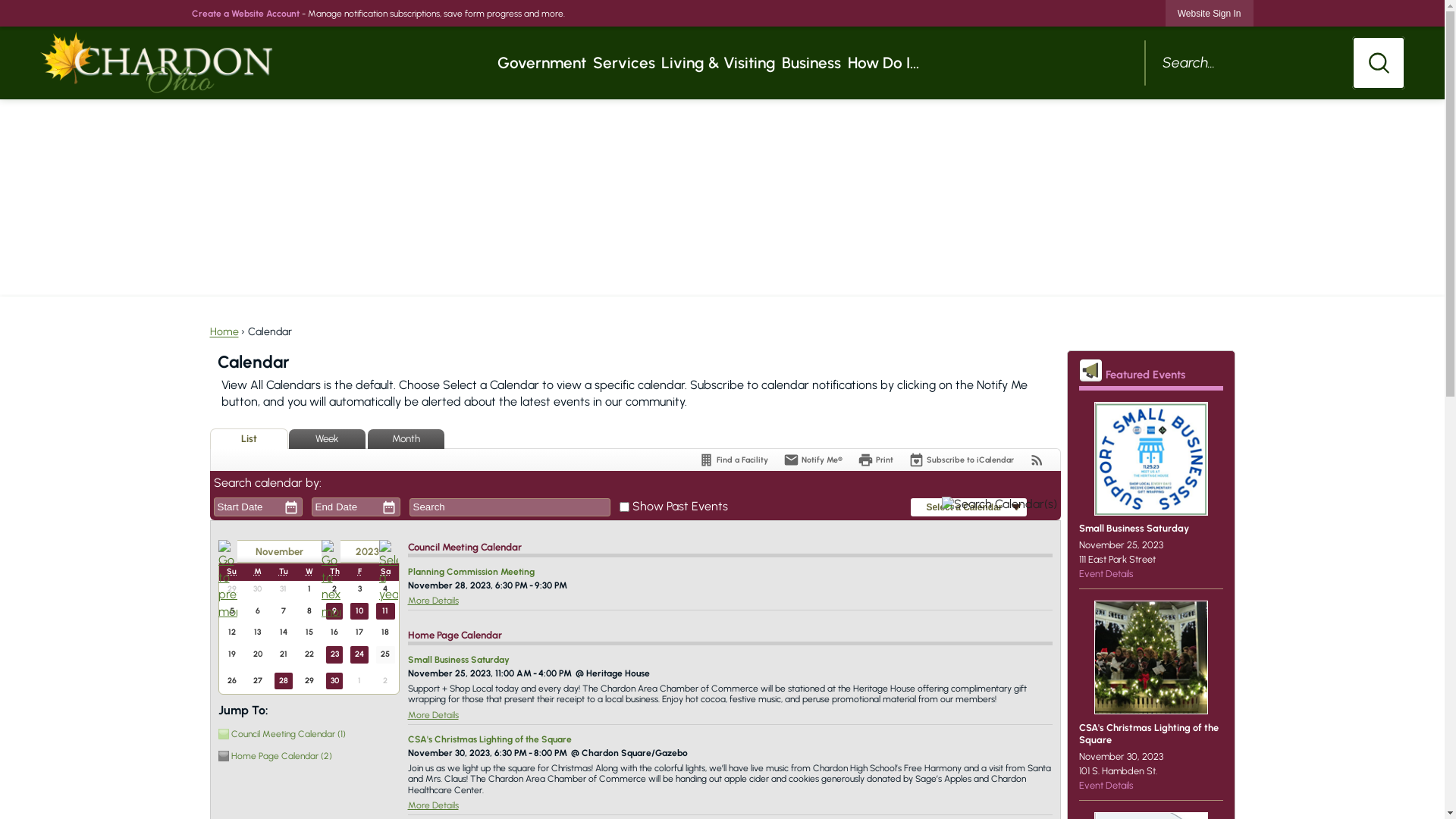 The image size is (1456, 819). What do you see at coordinates (623, 62) in the screenshot?
I see `'Services'` at bounding box center [623, 62].